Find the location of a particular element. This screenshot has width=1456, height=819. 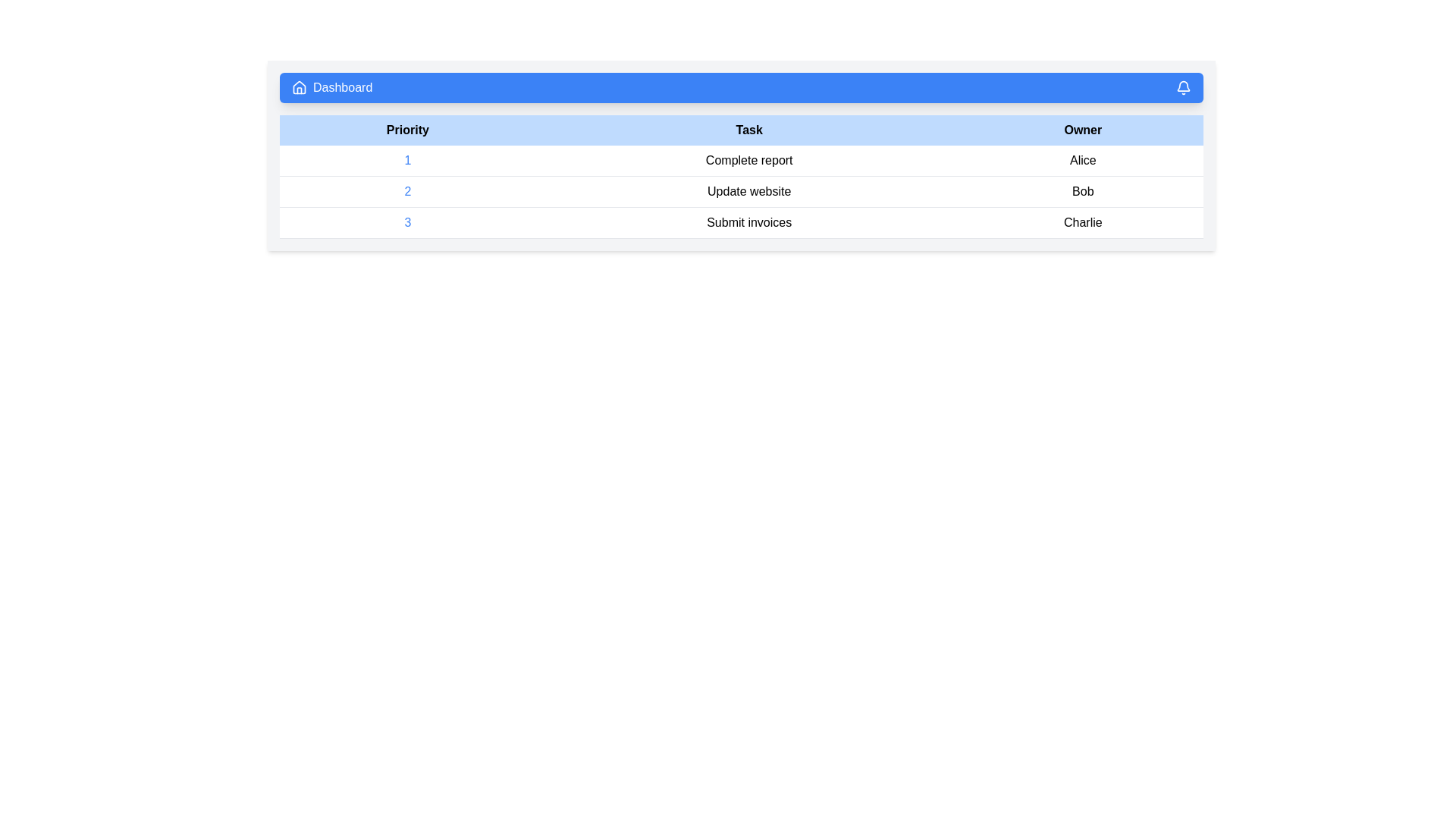

the Text Label indicating the priority level in the second row, first column of the priority-task-owner table is located at coordinates (407, 191).